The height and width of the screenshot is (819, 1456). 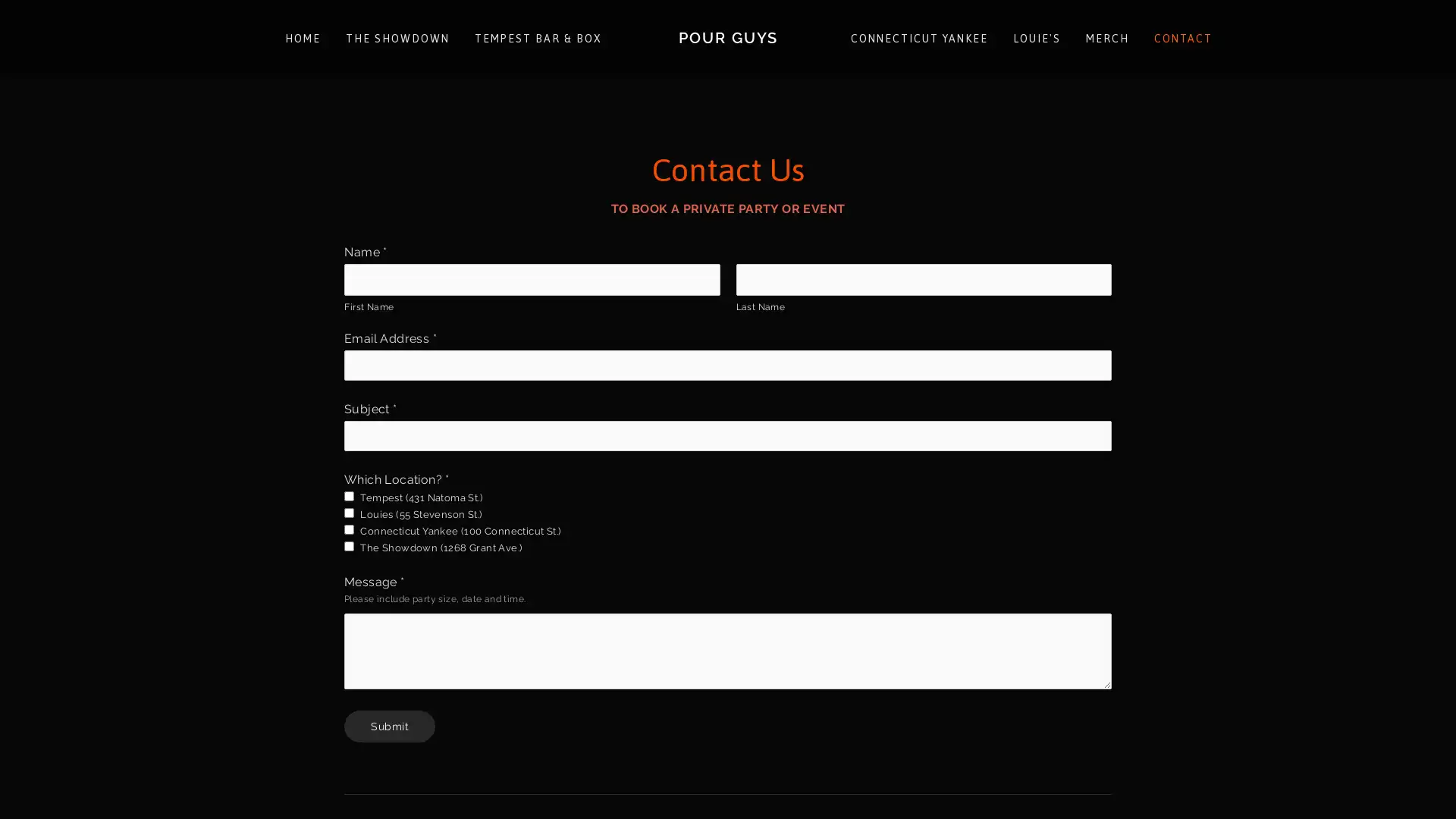 I want to click on Submit, so click(x=389, y=724).